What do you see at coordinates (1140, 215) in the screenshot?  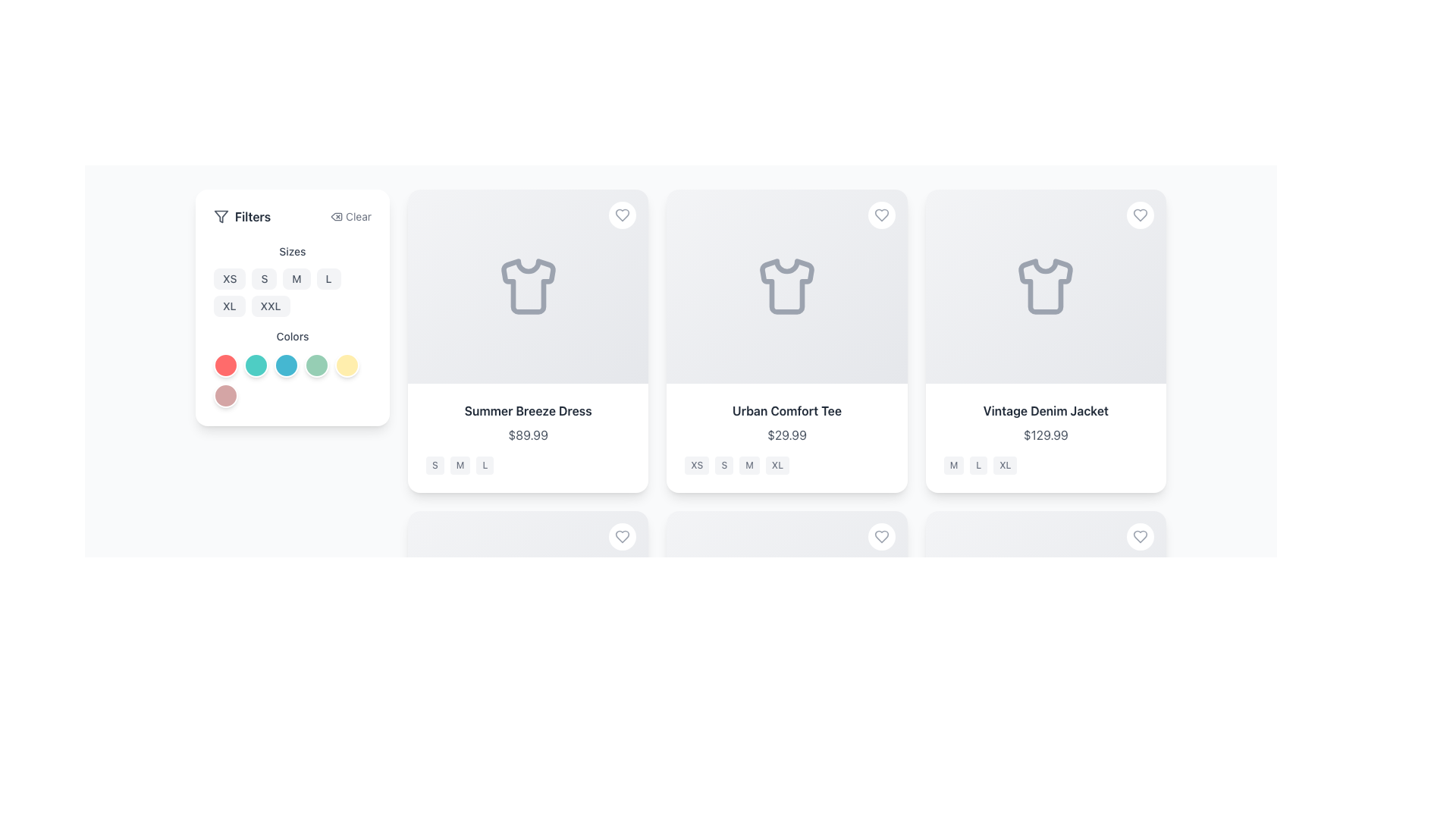 I see `the heart-shaped 'like' button outlined in gray located in the top-right corner of the 'Vintage Denim Jacket' card` at bounding box center [1140, 215].